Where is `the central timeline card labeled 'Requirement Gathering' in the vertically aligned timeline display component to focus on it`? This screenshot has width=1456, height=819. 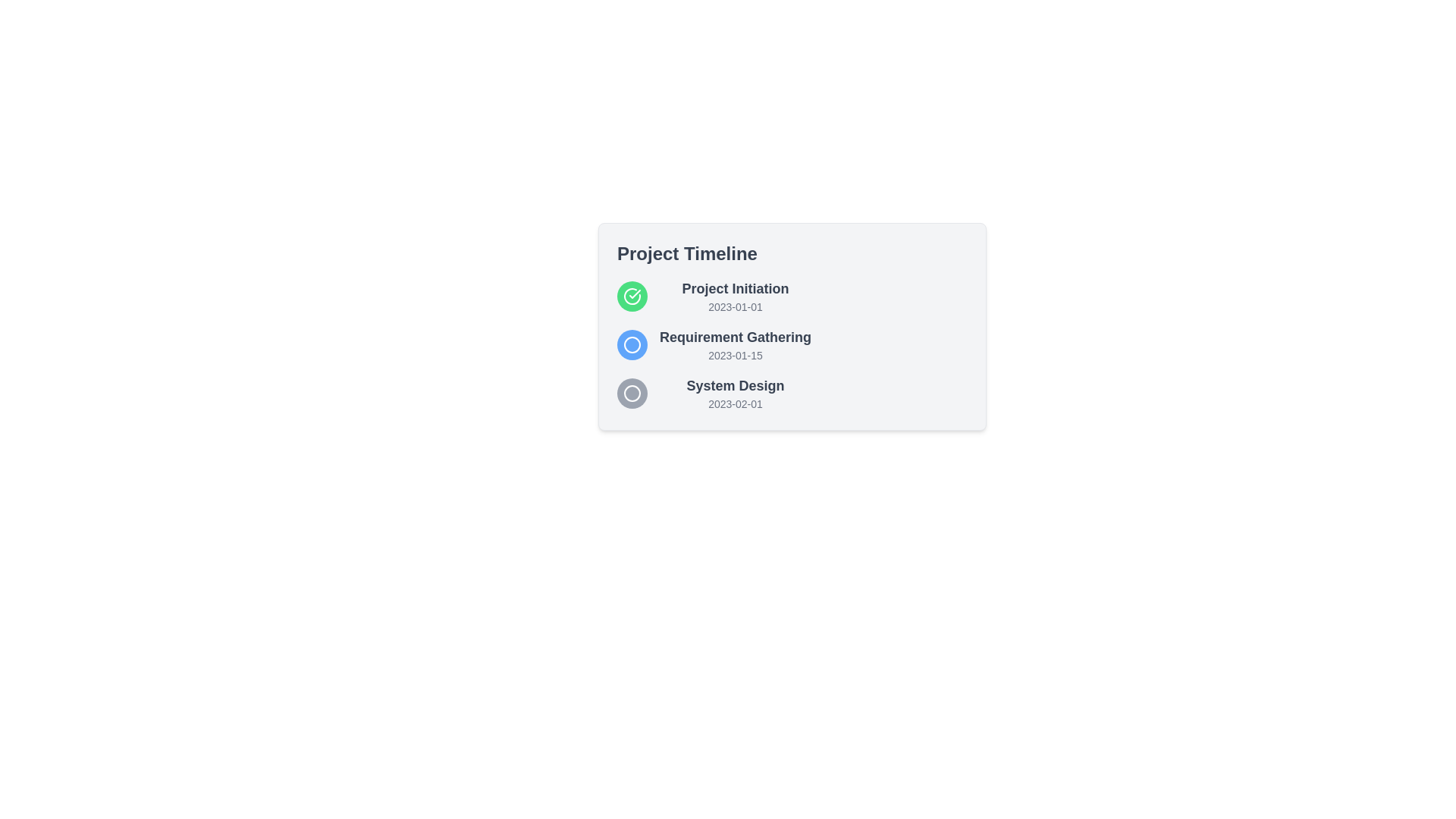 the central timeline card labeled 'Requirement Gathering' in the vertically aligned timeline display component to focus on it is located at coordinates (792, 326).